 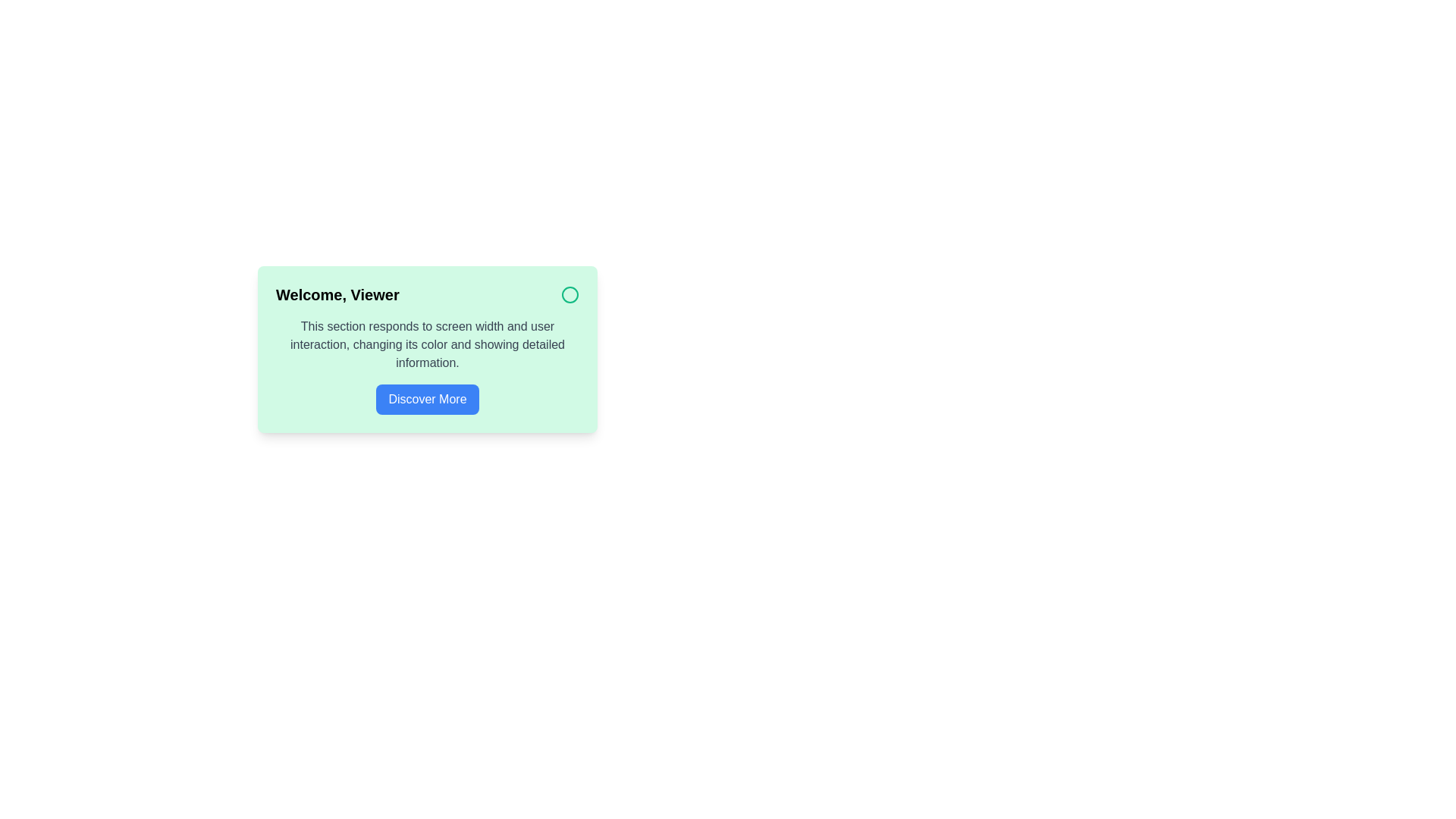 What do you see at coordinates (337, 295) in the screenshot?
I see `the static text element displaying 'Welcome, Viewer' in bold, large serif font on a light green background` at bounding box center [337, 295].